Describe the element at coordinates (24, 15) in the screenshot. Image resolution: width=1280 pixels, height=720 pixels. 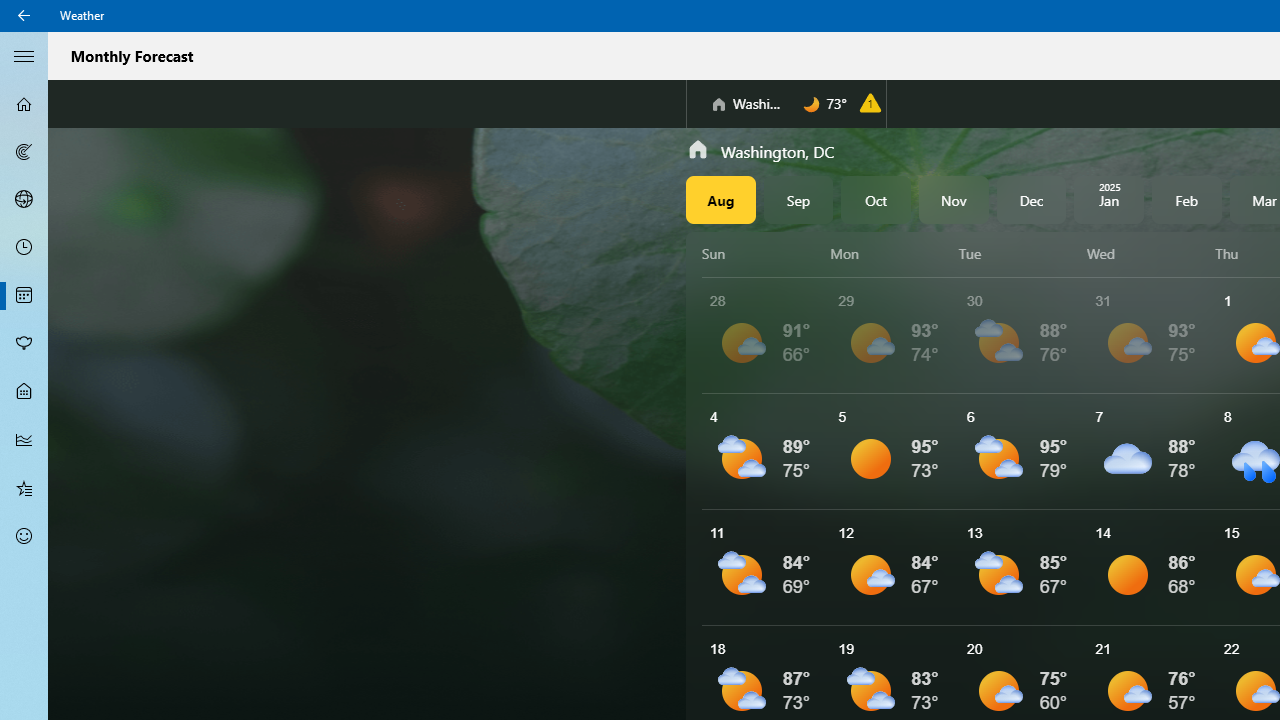
I see `'Back'` at that location.